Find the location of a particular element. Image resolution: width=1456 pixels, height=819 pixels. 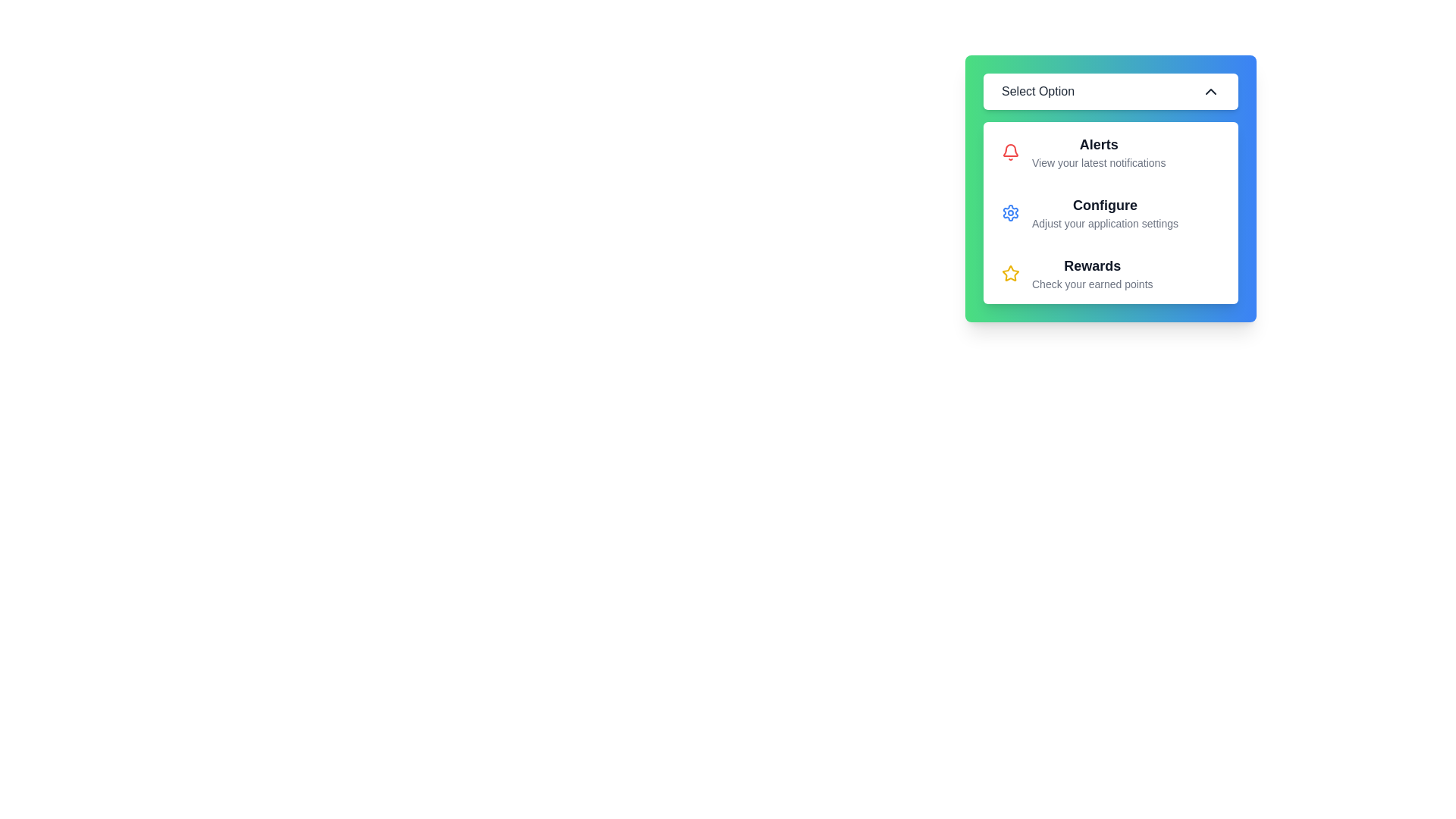

the static text label that says 'Adjust your application settings', which is styled in small gray font and located below the bold text 'Configure' in the dropdown menu is located at coordinates (1105, 223).